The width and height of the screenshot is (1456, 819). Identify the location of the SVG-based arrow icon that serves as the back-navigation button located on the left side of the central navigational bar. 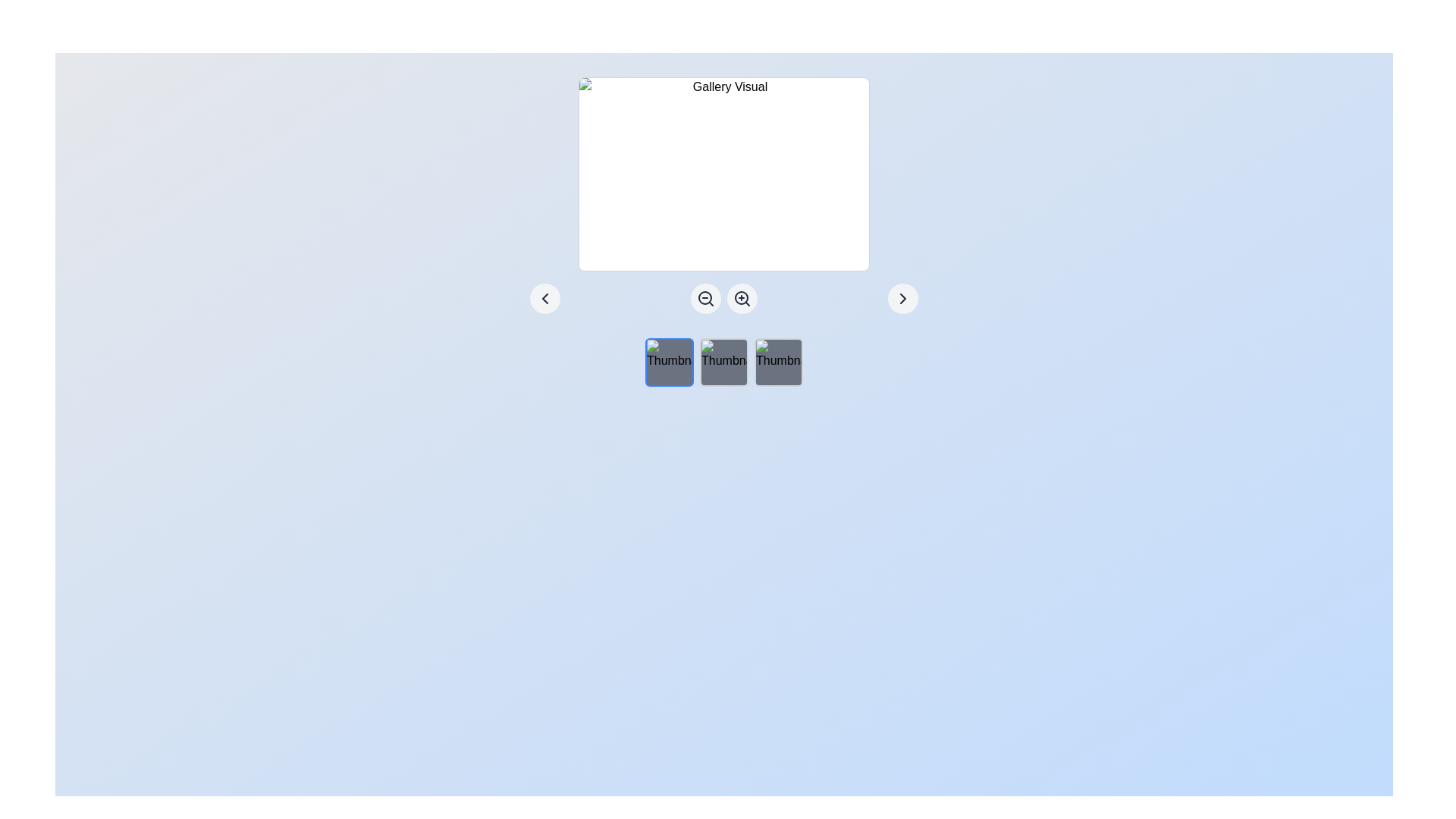
(545, 298).